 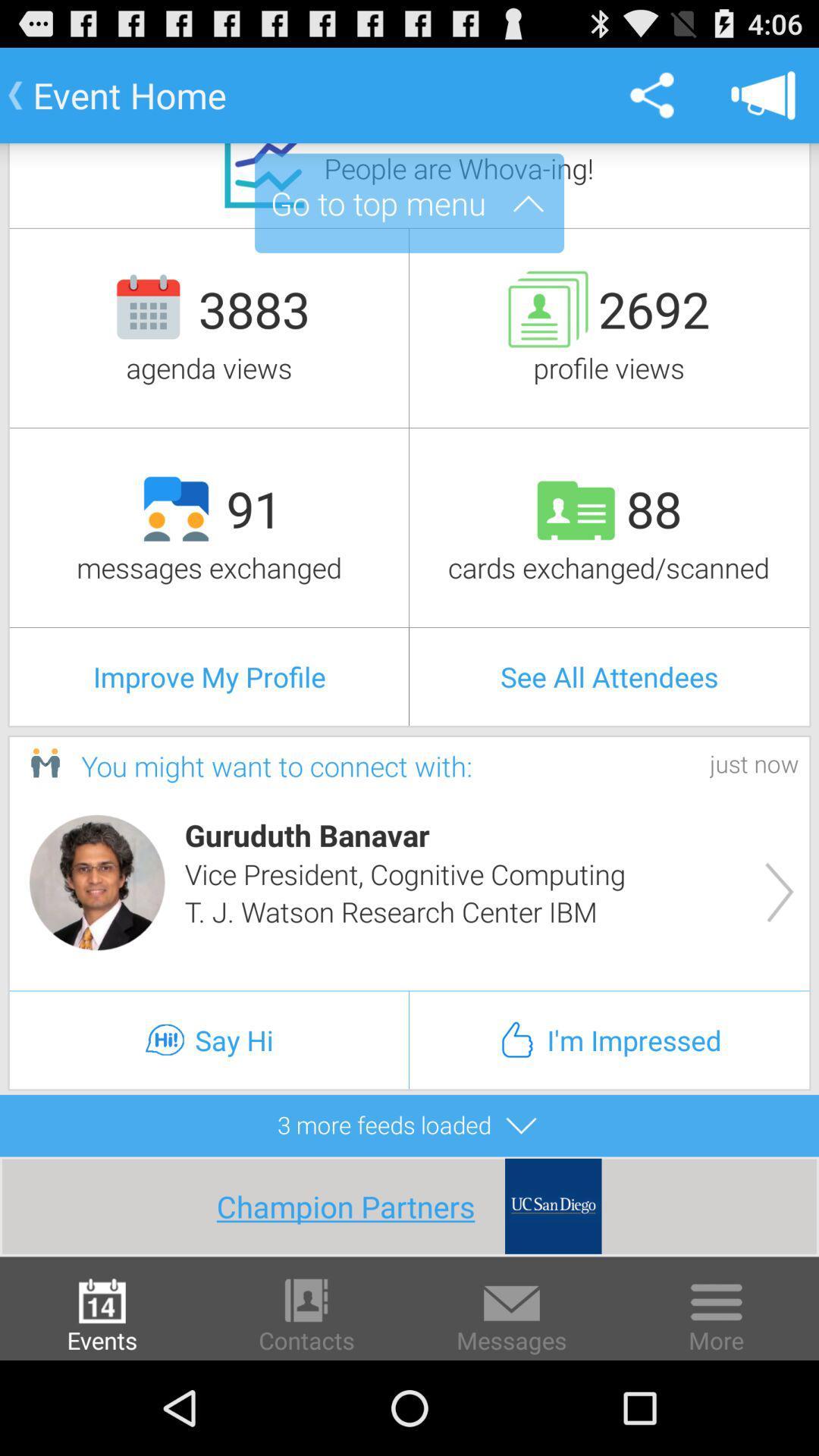 What do you see at coordinates (97, 882) in the screenshot?
I see `profile` at bounding box center [97, 882].